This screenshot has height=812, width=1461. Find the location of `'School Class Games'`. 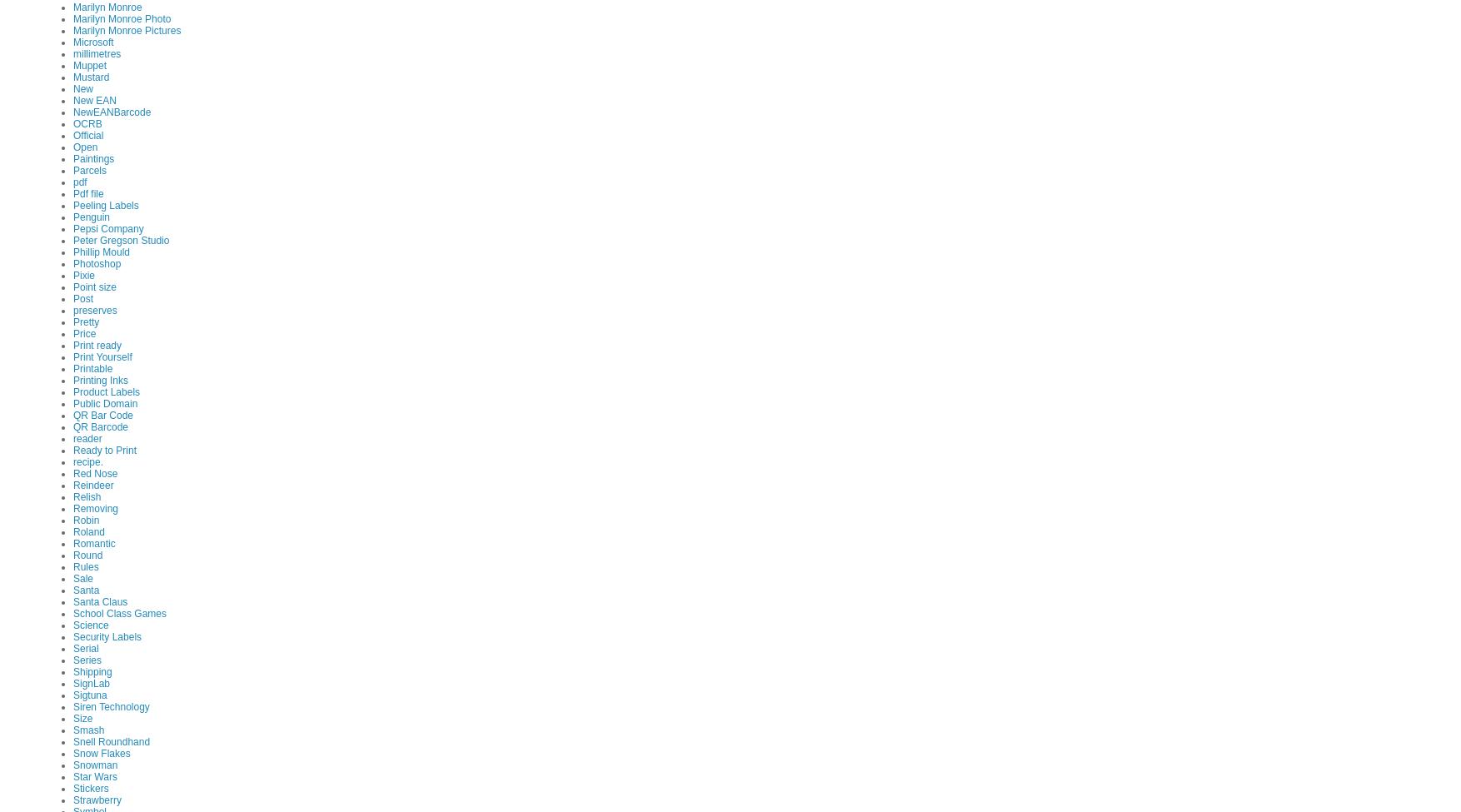

'School Class Games' is located at coordinates (119, 612).